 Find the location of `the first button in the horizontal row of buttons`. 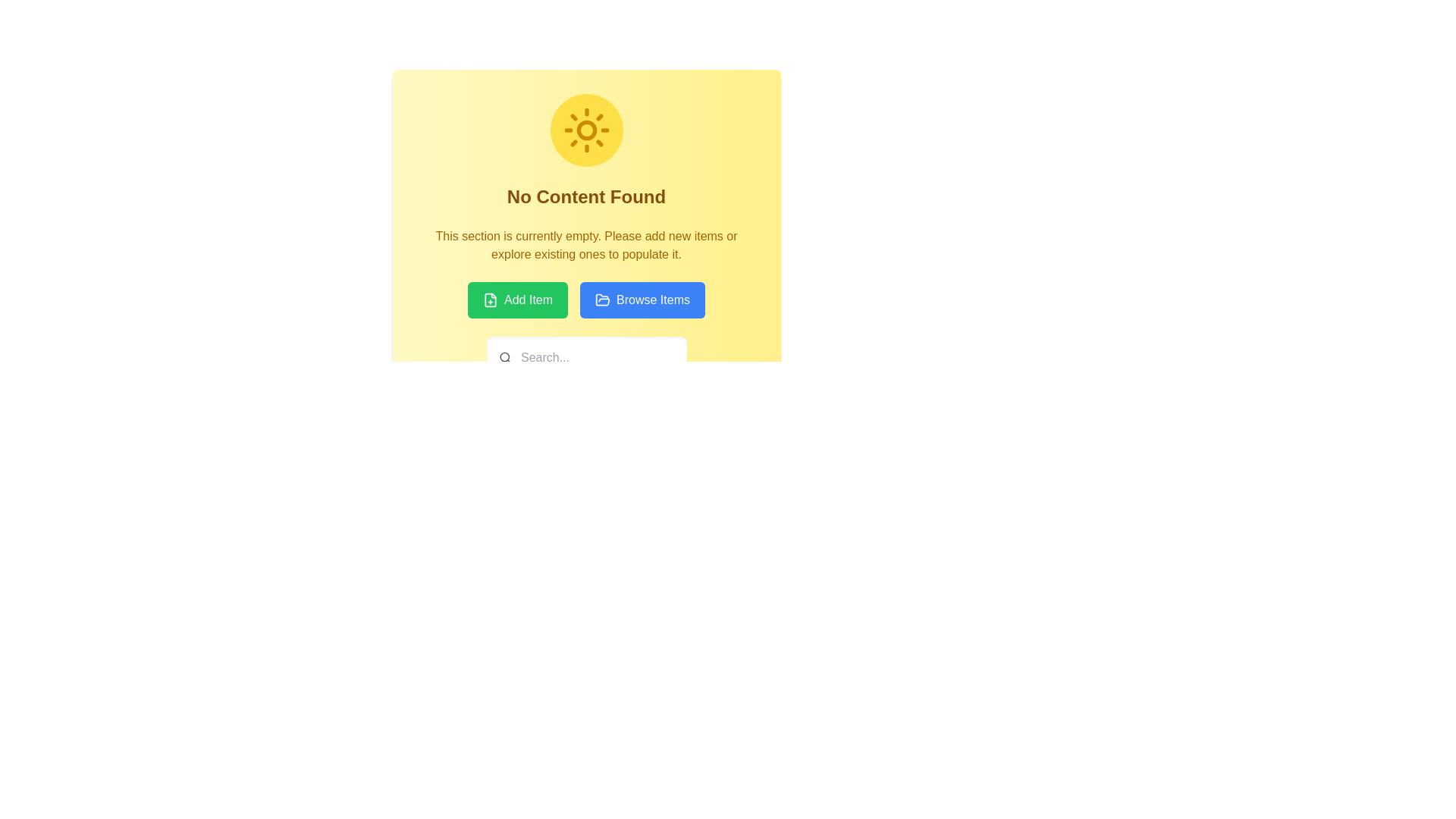

the first button in the horizontal row of buttons is located at coordinates (517, 300).